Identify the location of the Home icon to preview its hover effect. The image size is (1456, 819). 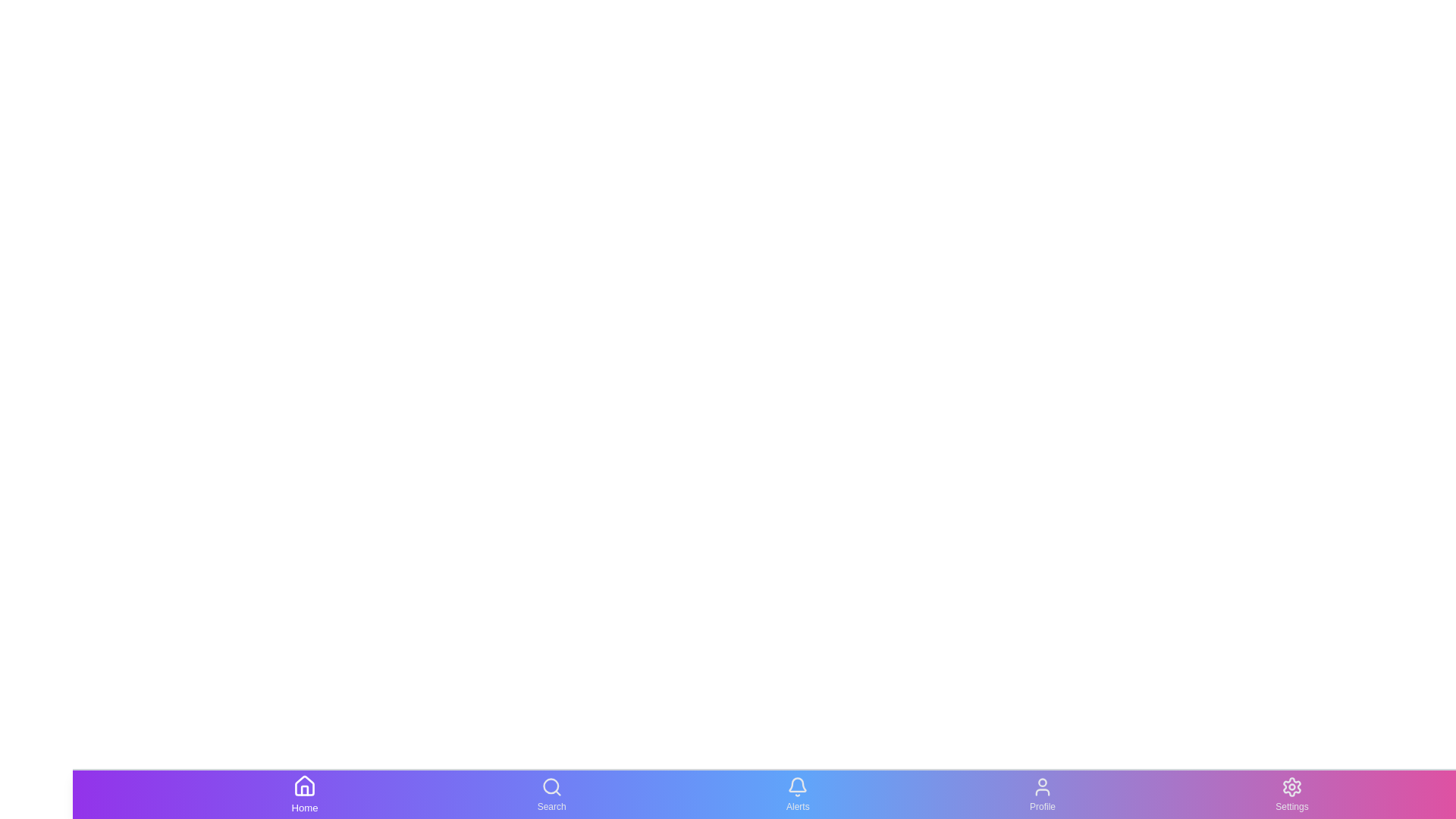
(304, 794).